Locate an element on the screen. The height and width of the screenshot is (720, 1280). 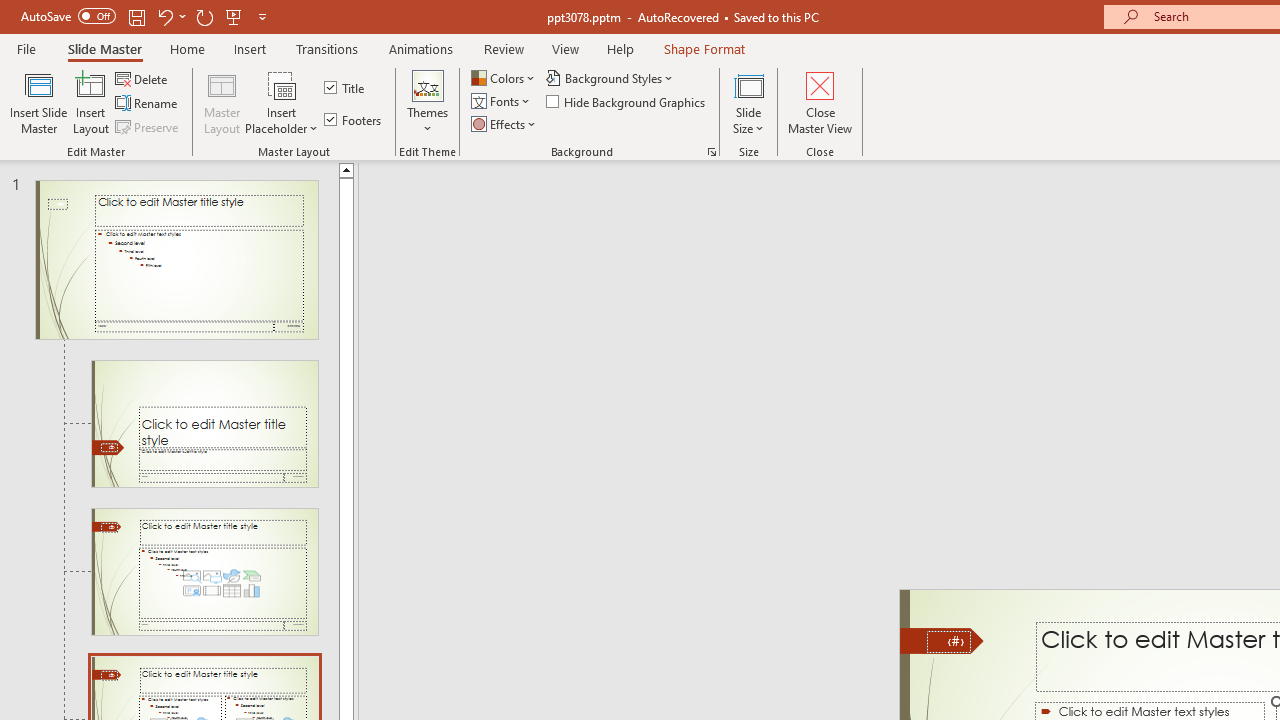
'Slide Wisp Slide Master: used by slide(s) 1' is located at coordinates (176, 258).